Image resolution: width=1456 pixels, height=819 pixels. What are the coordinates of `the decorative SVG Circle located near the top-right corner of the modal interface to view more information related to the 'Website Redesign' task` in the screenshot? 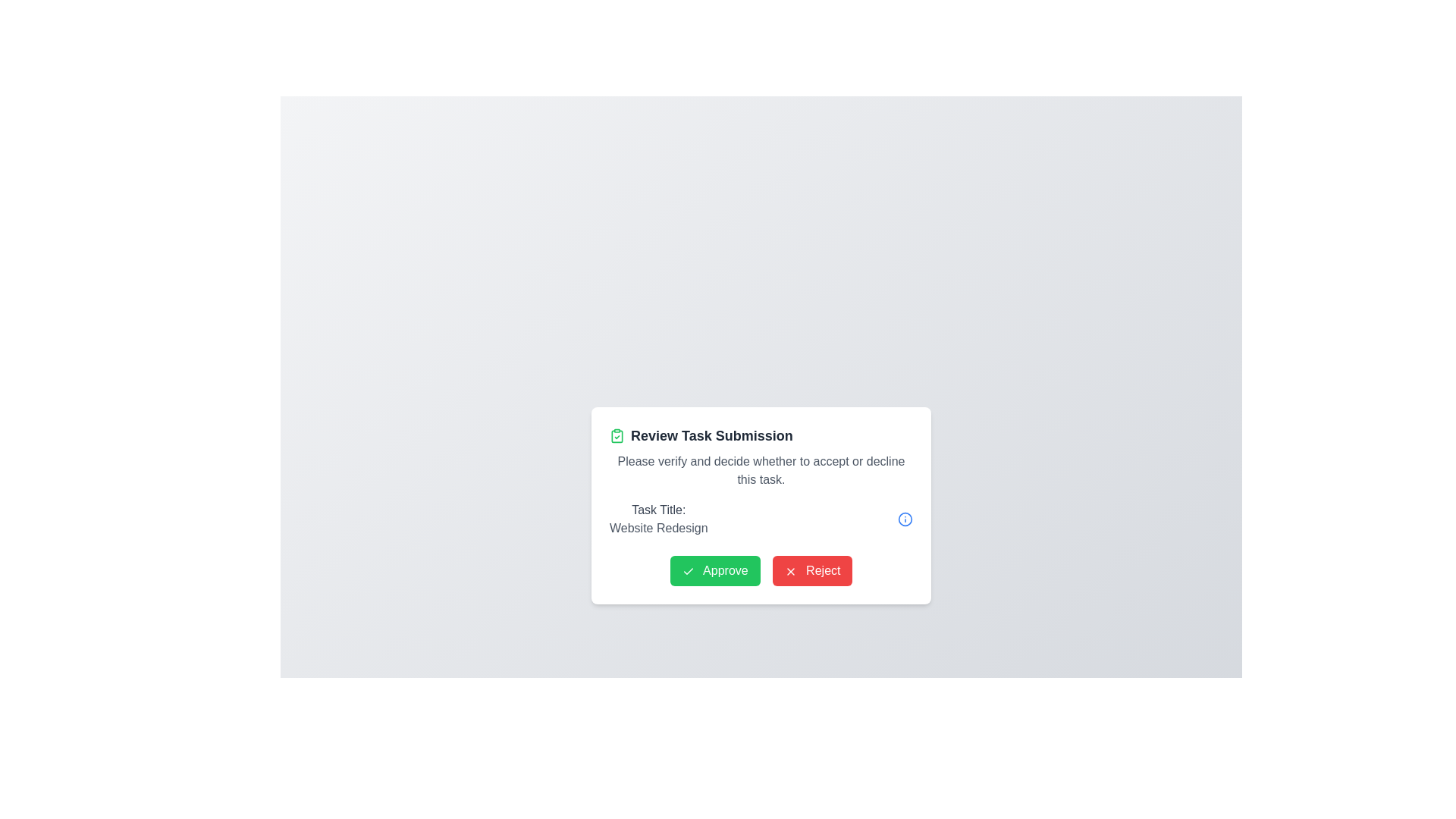 It's located at (905, 519).